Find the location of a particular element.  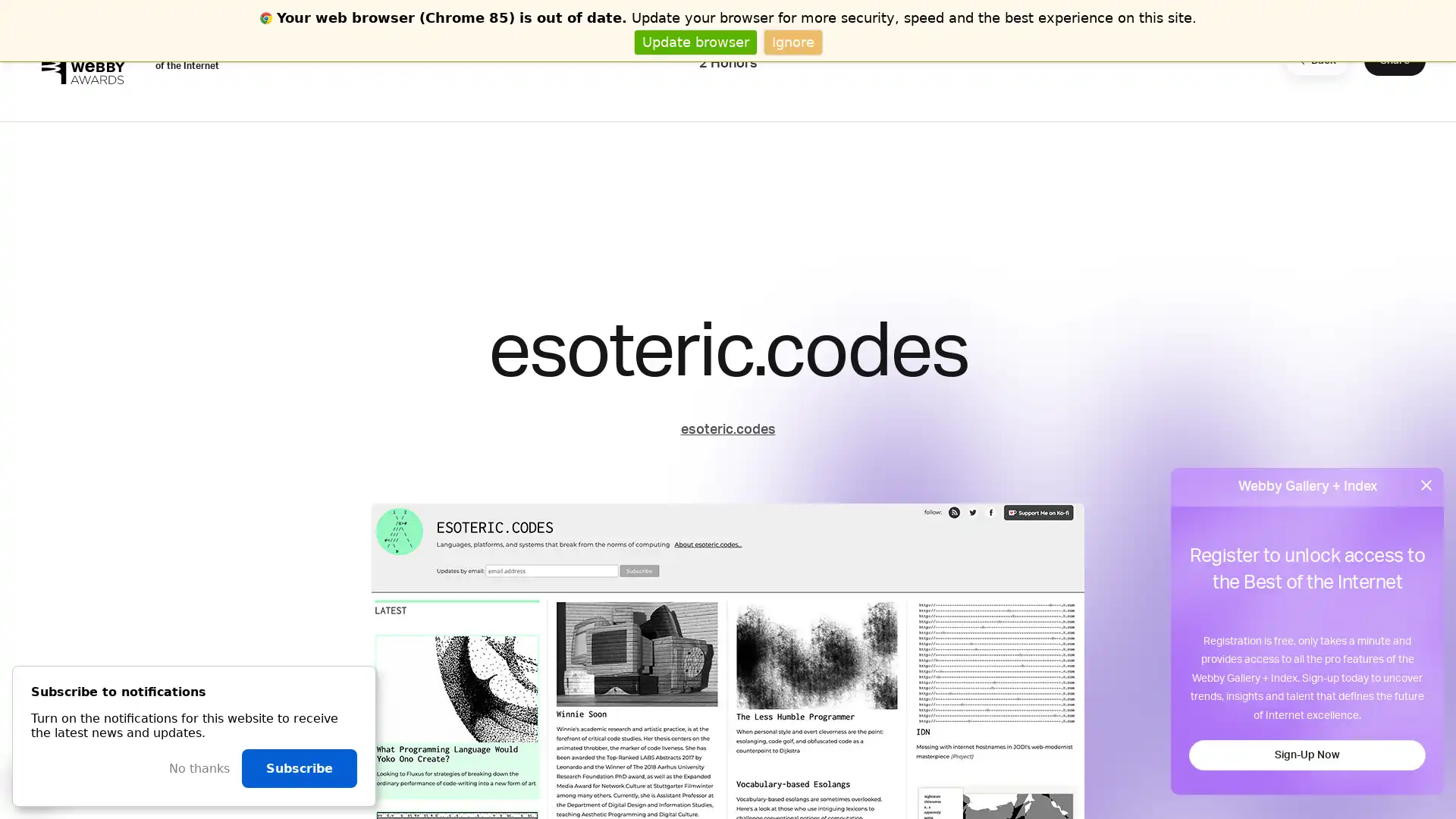

Share is located at coordinates (1395, 60).